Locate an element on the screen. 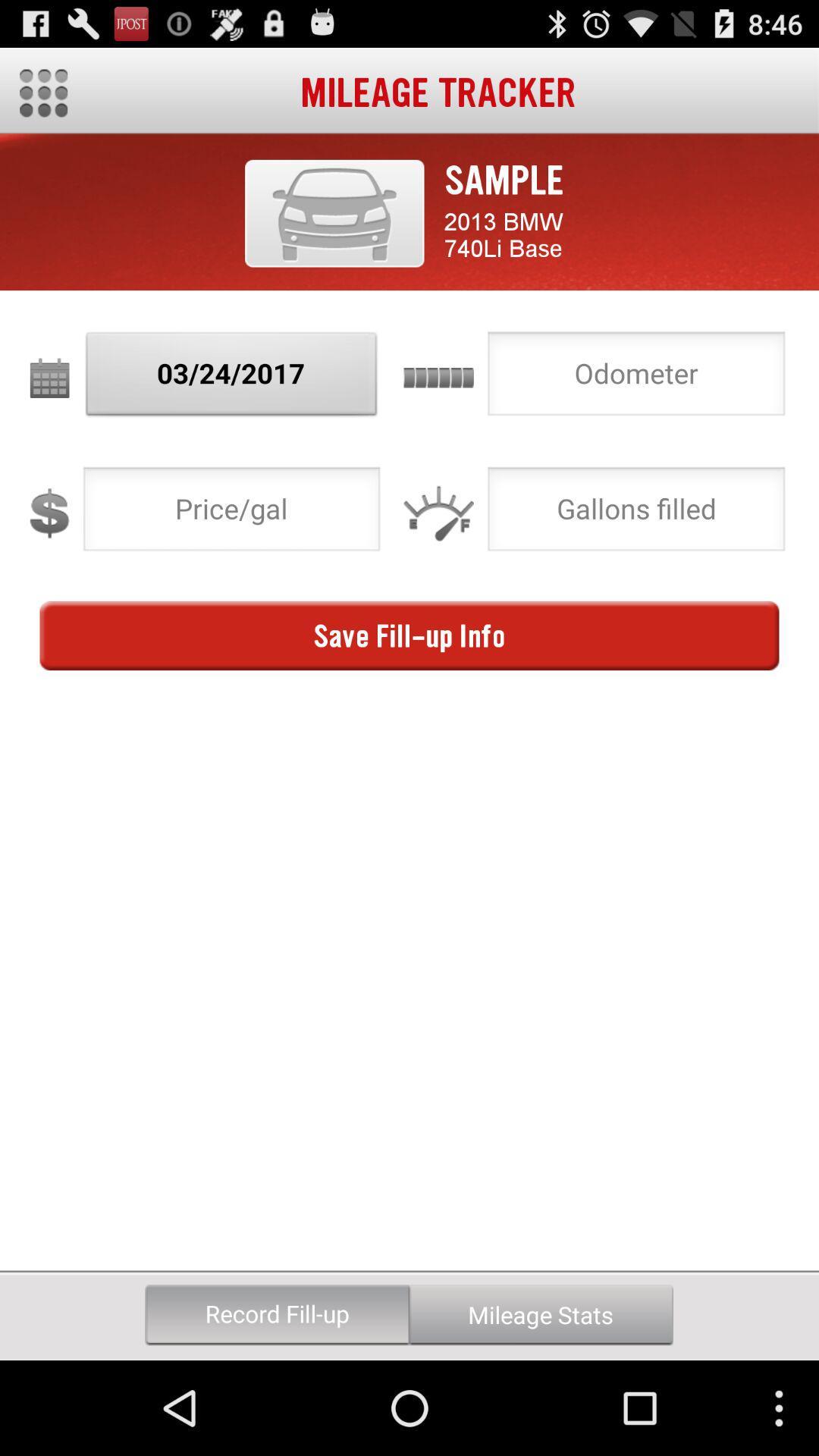 The width and height of the screenshot is (819, 1456). the button to the right of record fill-up icon is located at coordinates (540, 1314).